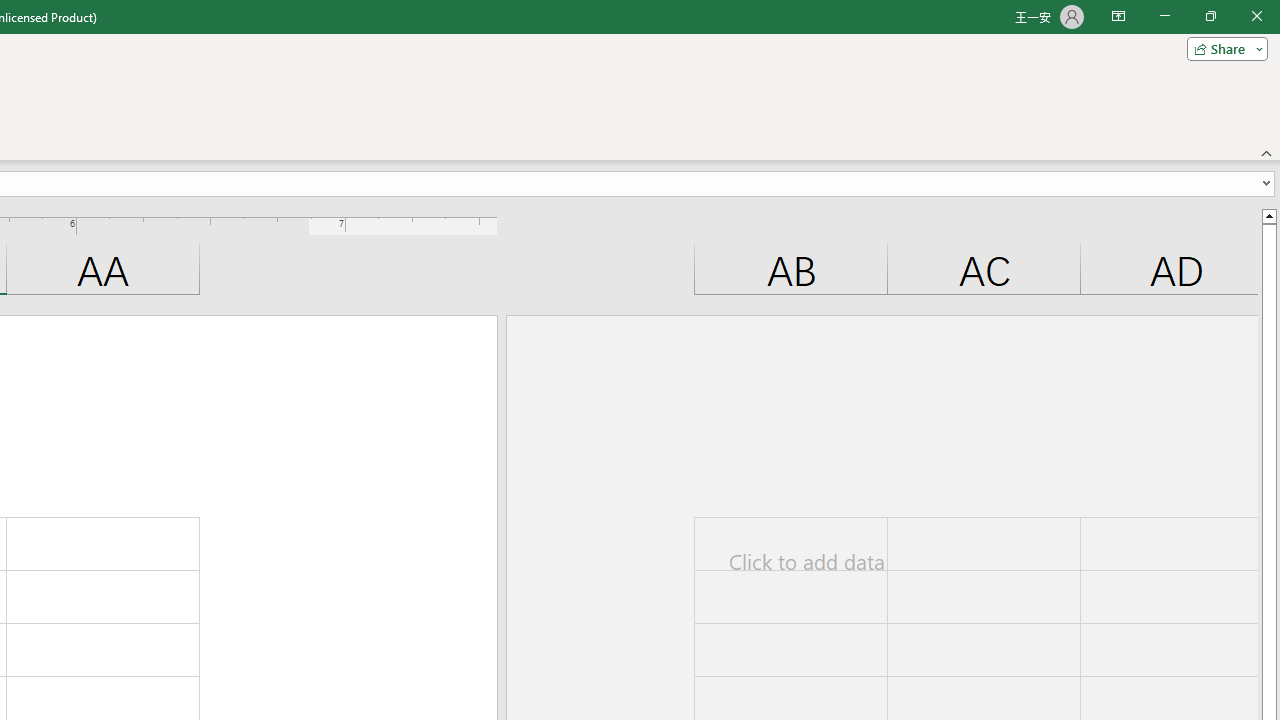 The height and width of the screenshot is (720, 1280). Describe the element at coordinates (1255, 16) in the screenshot. I see `'Close'` at that location.